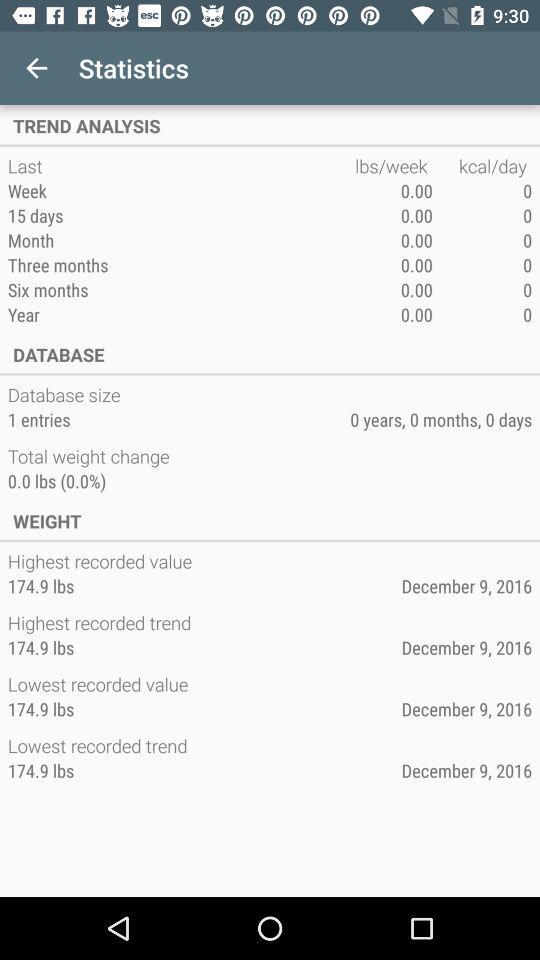  I want to click on icon next to the 0.00 item, so click(181, 314).